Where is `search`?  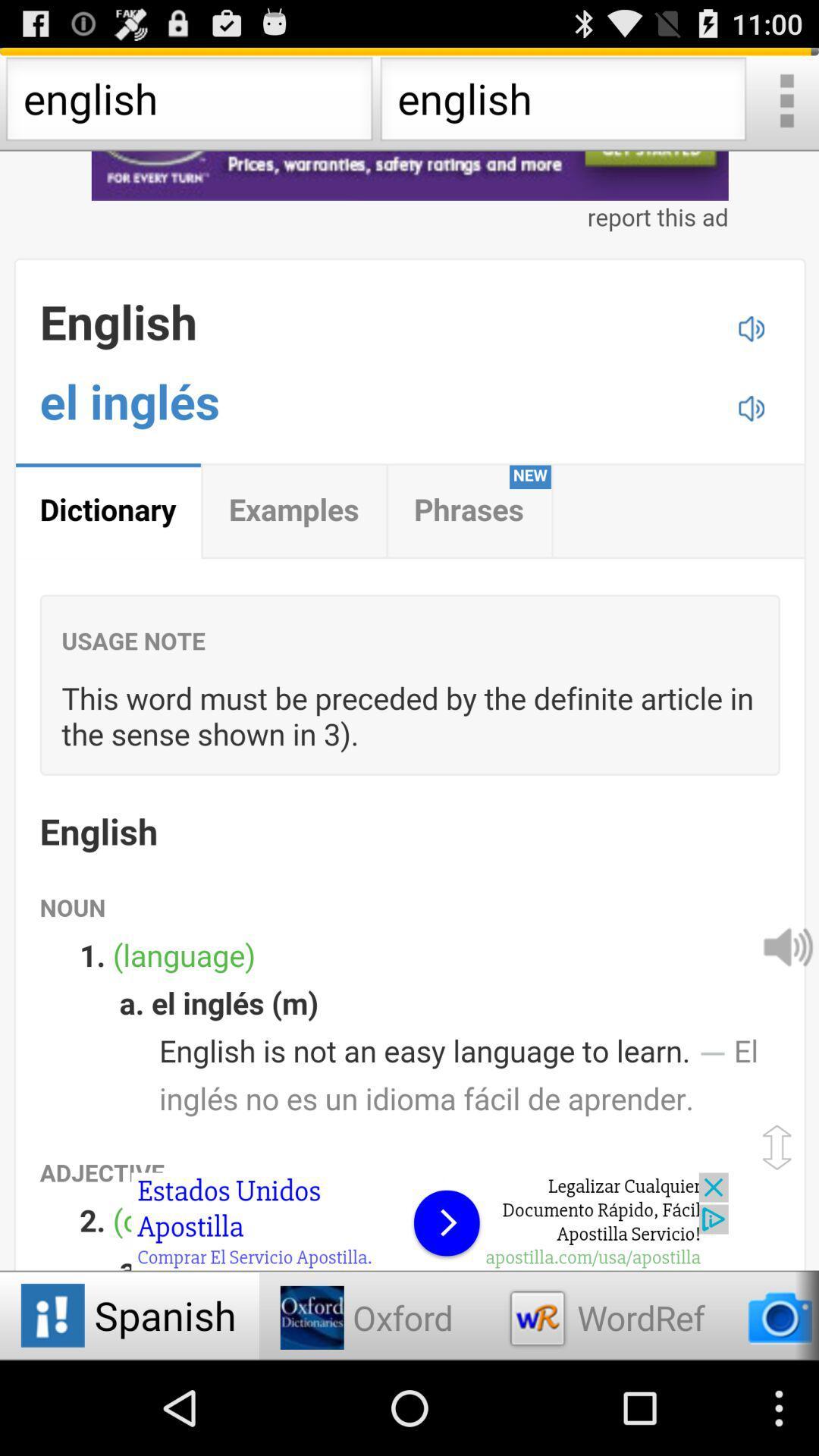 search is located at coordinates (785, 102).